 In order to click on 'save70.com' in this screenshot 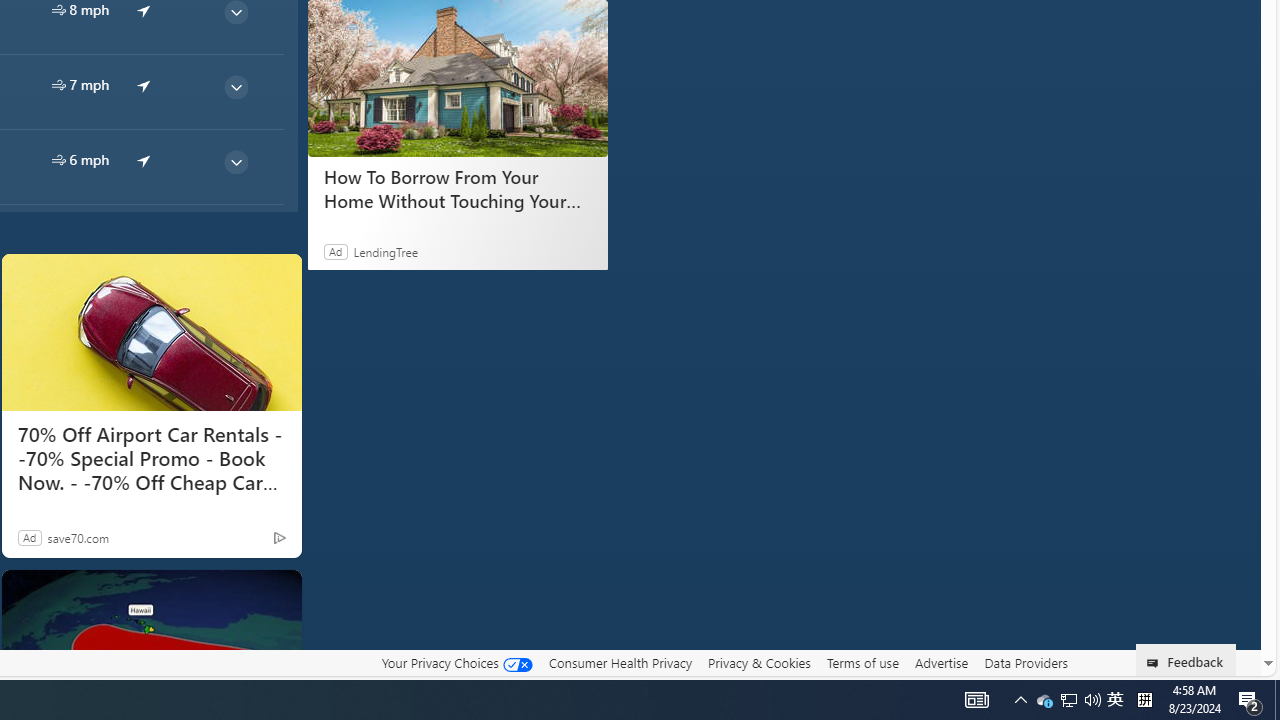, I will do `click(78, 536)`.